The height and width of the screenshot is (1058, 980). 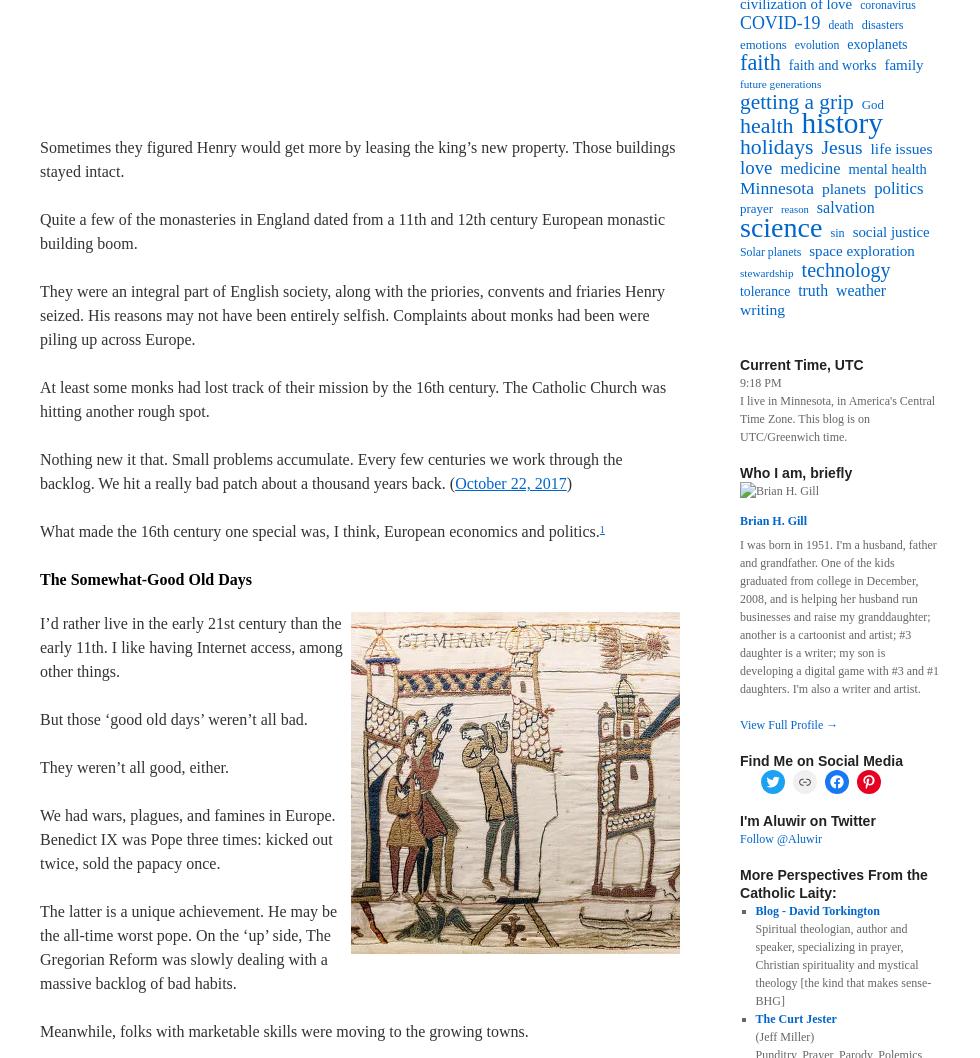 I want to click on 'We had wars, plagues, and famines in Europe. Benedict IX was Pope three times: kicked out twice, sold the papacy once.', so click(x=39, y=838).